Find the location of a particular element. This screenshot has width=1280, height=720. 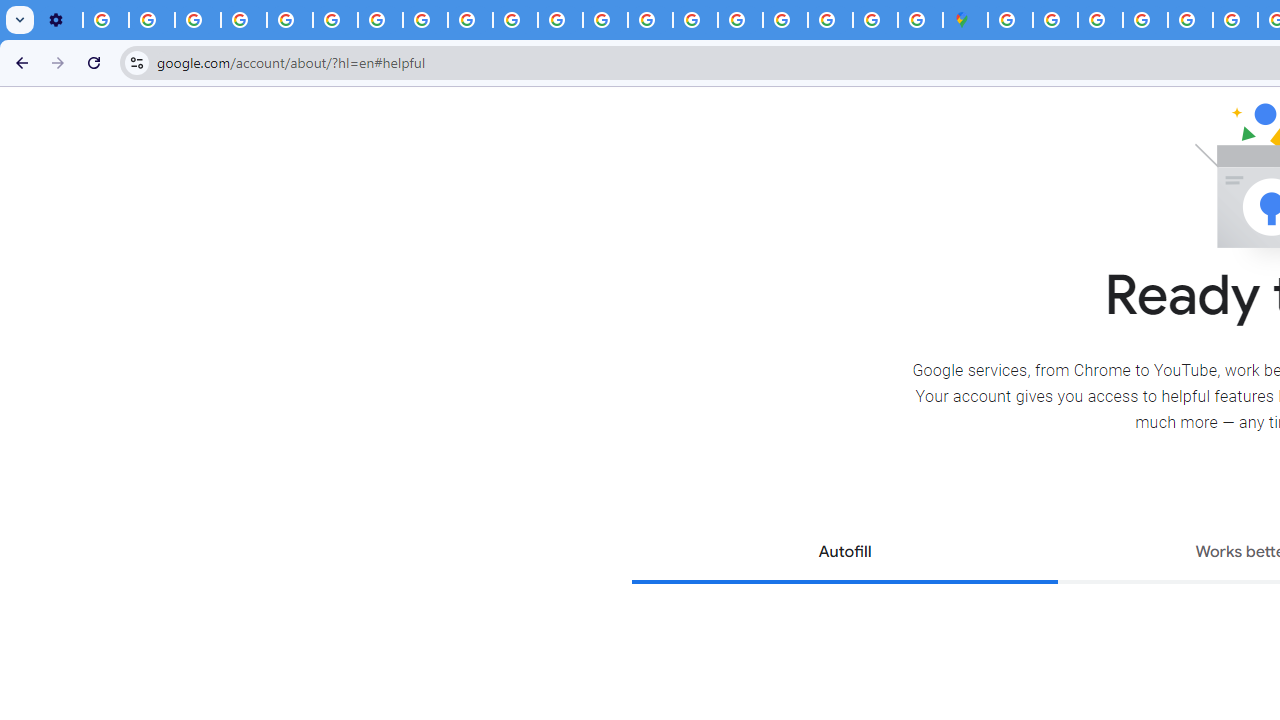

'Google Maps' is located at coordinates (965, 20).